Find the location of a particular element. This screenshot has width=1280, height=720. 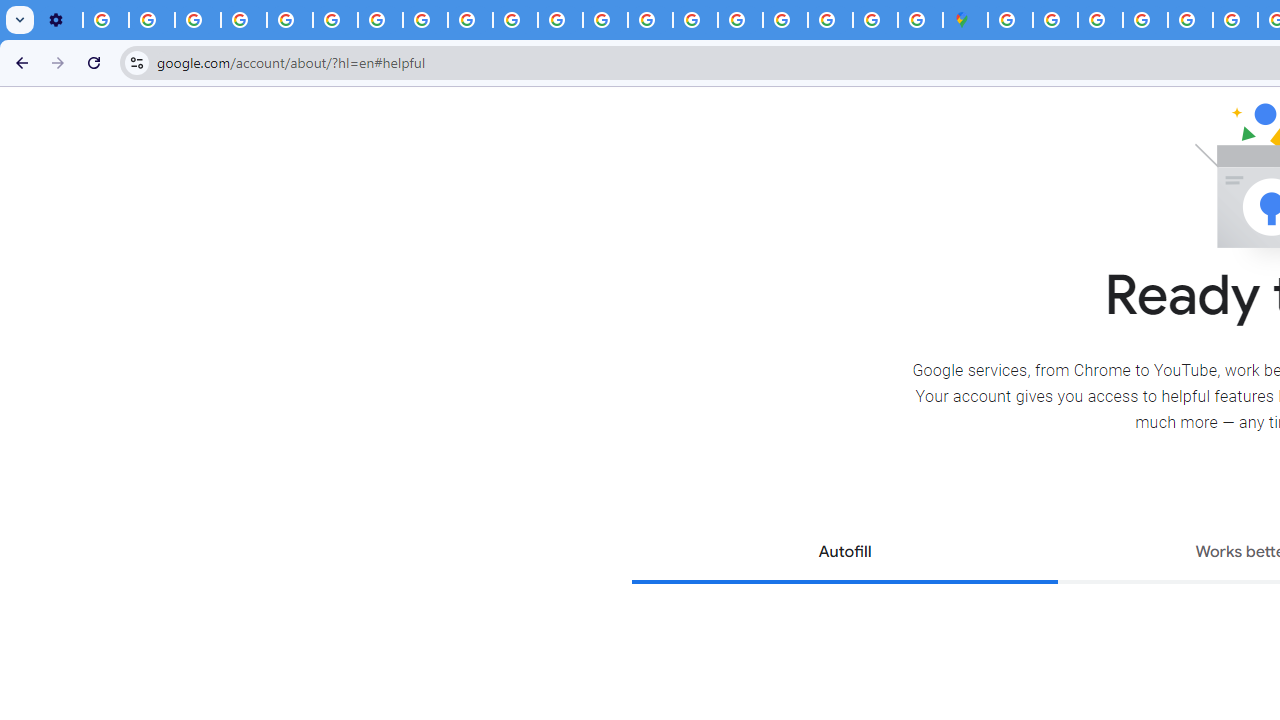

'Google Maps' is located at coordinates (965, 20).